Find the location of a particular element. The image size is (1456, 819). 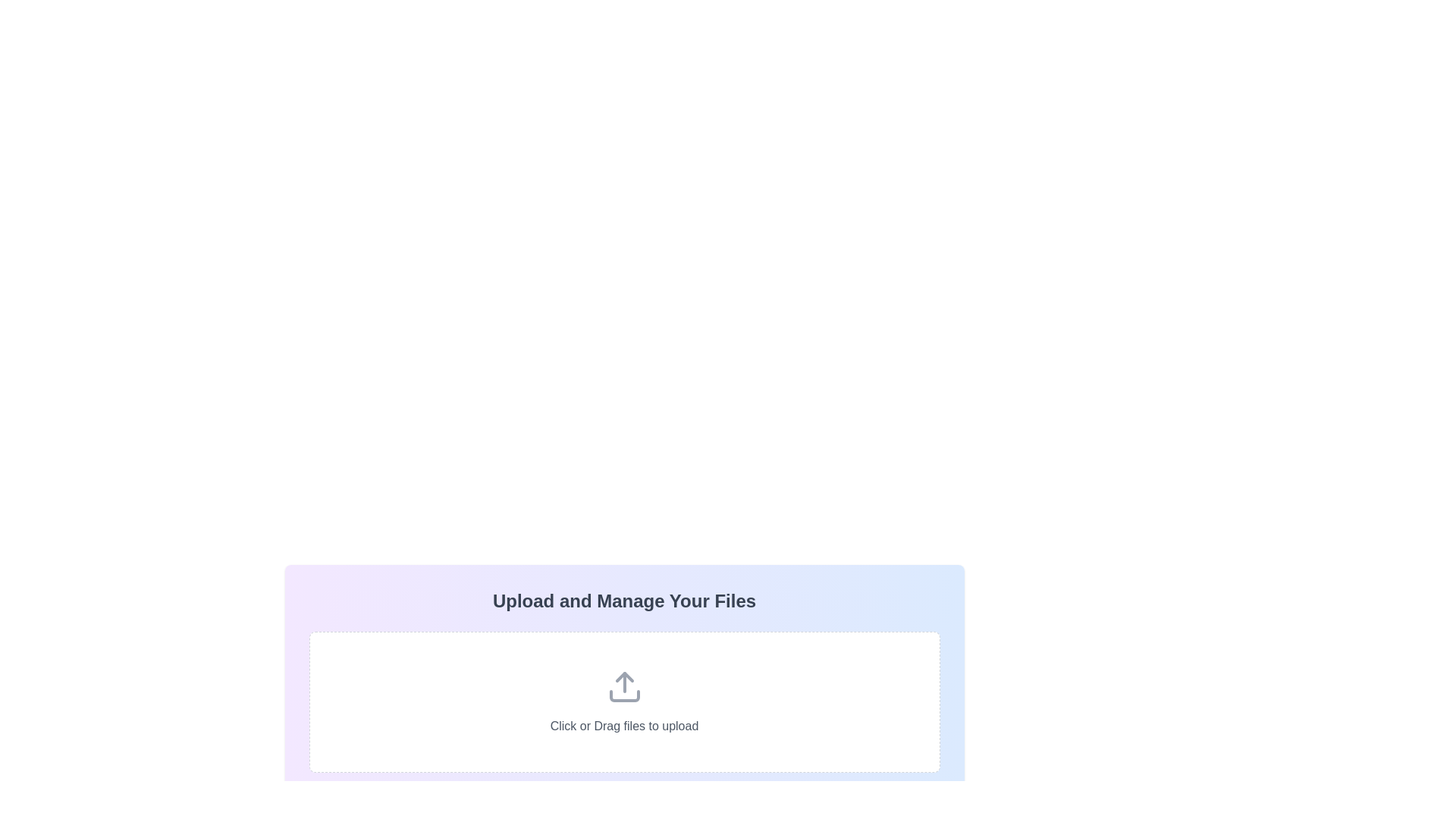

the upload icon represented by an SVG in the dashed-bordered box for file uploads located under the 'Upload and Manage Your Files' header is located at coordinates (624, 687).